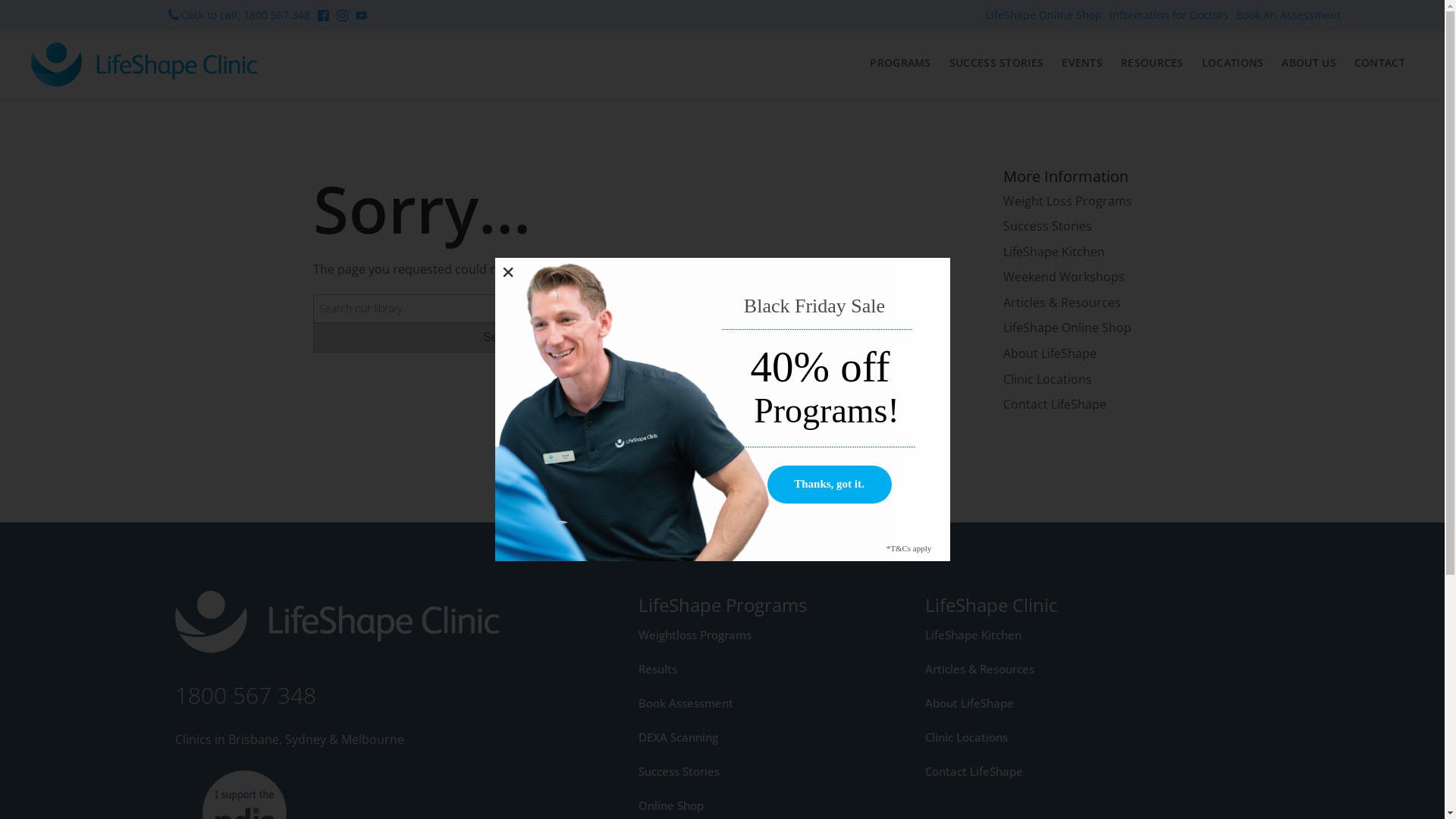 The height and width of the screenshot is (819, 1456). I want to click on 'DEXA Scanning', so click(713, 736).